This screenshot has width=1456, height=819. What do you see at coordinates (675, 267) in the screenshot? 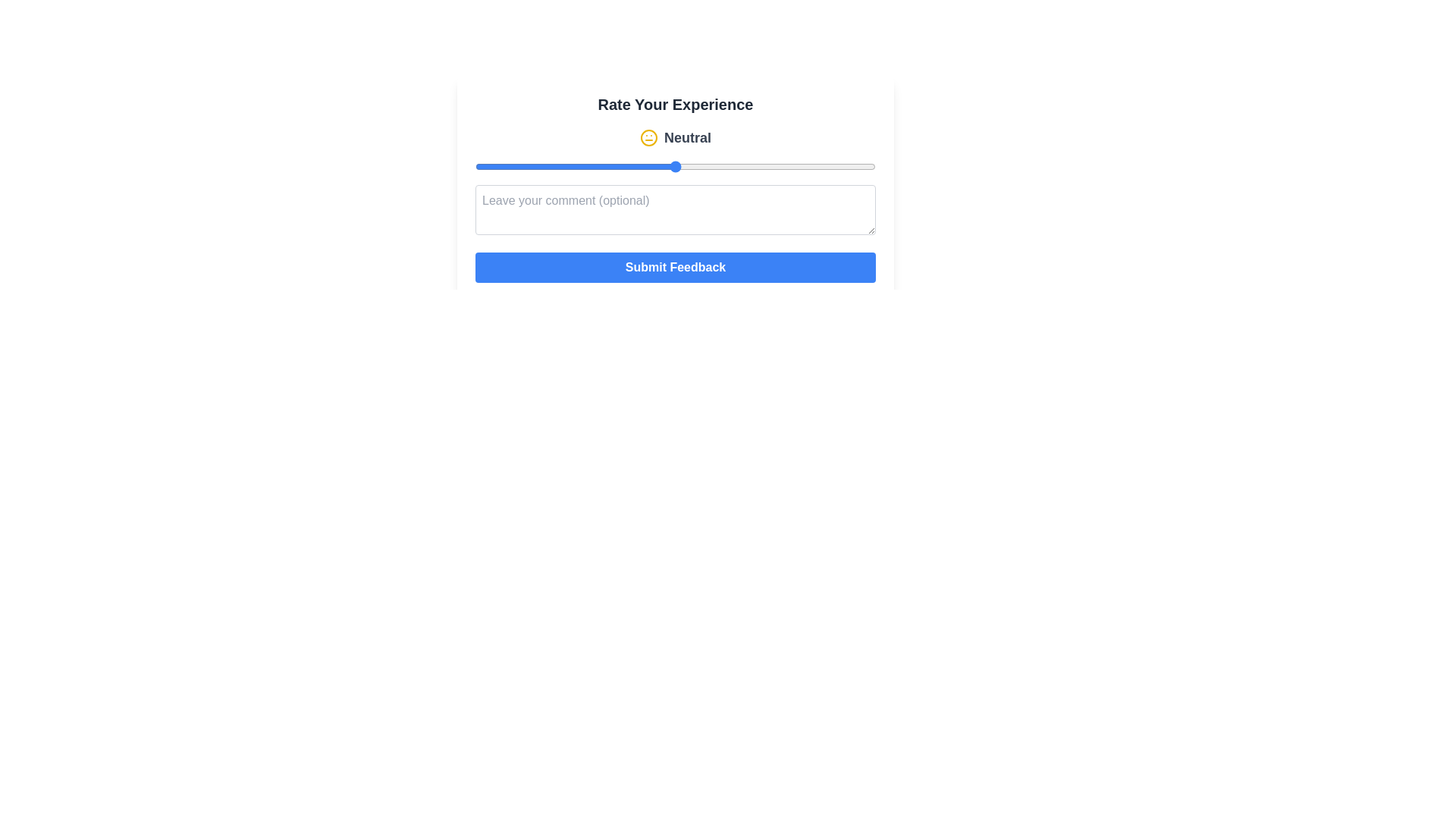
I see `the 'Submit Feedback' button` at bounding box center [675, 267].